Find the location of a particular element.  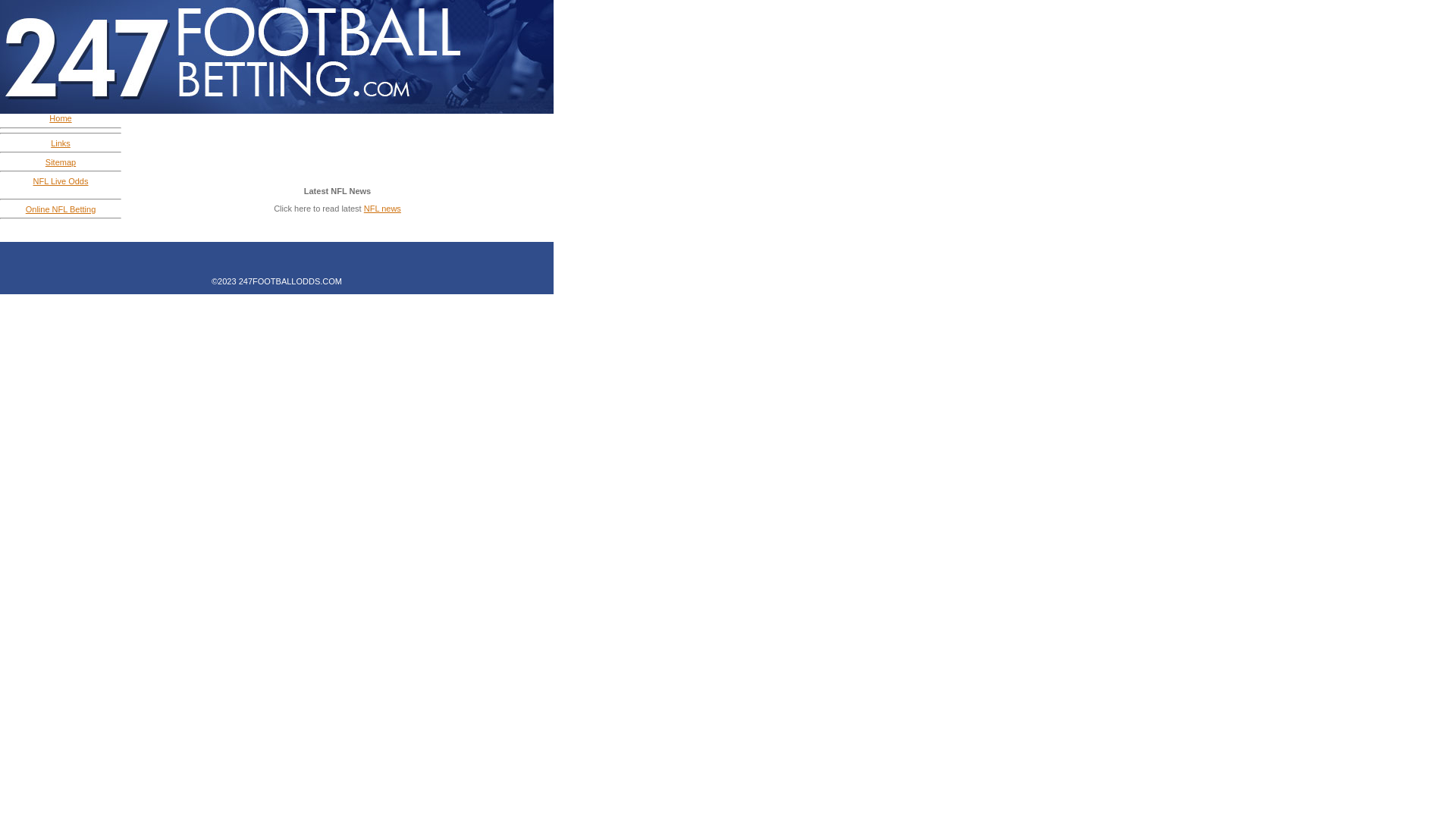

'Links' is located at coordinates (61, 143).